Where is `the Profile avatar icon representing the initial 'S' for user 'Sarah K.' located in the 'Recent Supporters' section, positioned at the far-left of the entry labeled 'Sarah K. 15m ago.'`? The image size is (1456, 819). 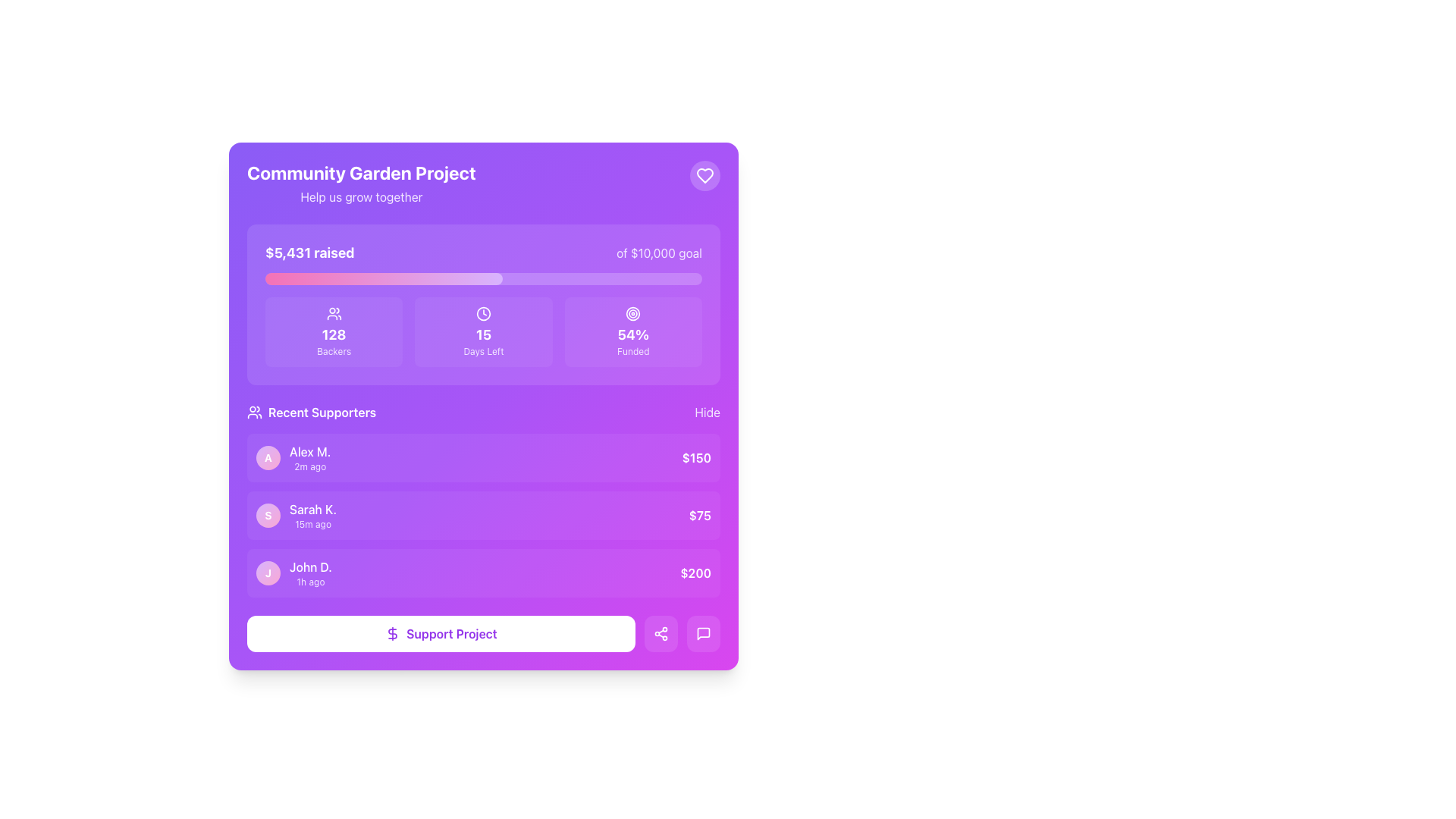 the Profile avatar icon representing the initial 'S' for user 'Sarah K.' located in the 'Recent Supporters' section, positioned at the far-left of the entry labeled 'Sarah K. 15m ago.' is located at coordinates (268, 514).